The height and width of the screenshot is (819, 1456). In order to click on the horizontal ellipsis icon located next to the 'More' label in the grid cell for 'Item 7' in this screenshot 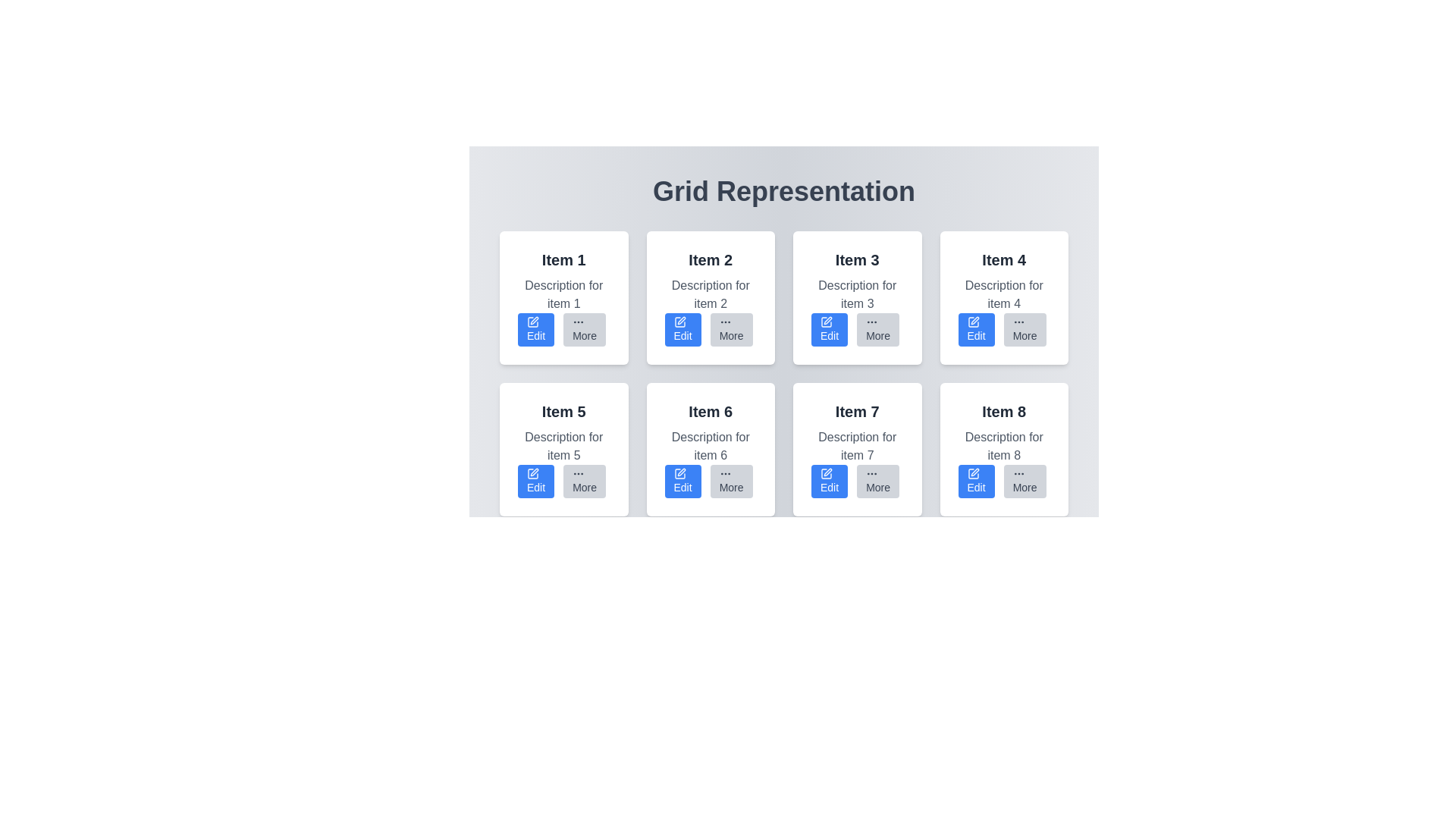, I will do `click(872, 472)`.